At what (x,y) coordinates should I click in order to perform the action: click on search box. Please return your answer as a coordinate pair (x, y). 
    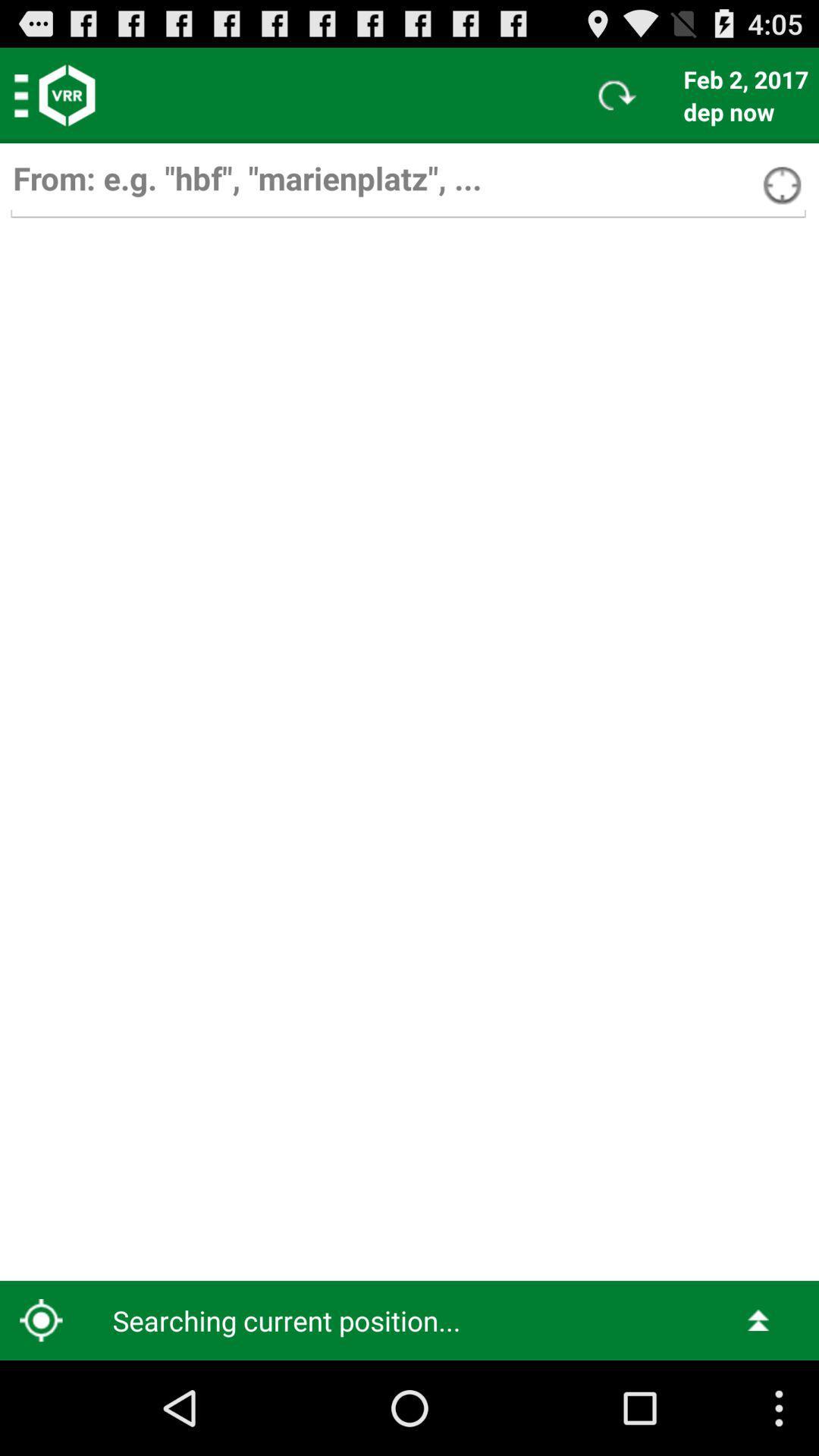
    Looking at the image, I should click on (407, 185).